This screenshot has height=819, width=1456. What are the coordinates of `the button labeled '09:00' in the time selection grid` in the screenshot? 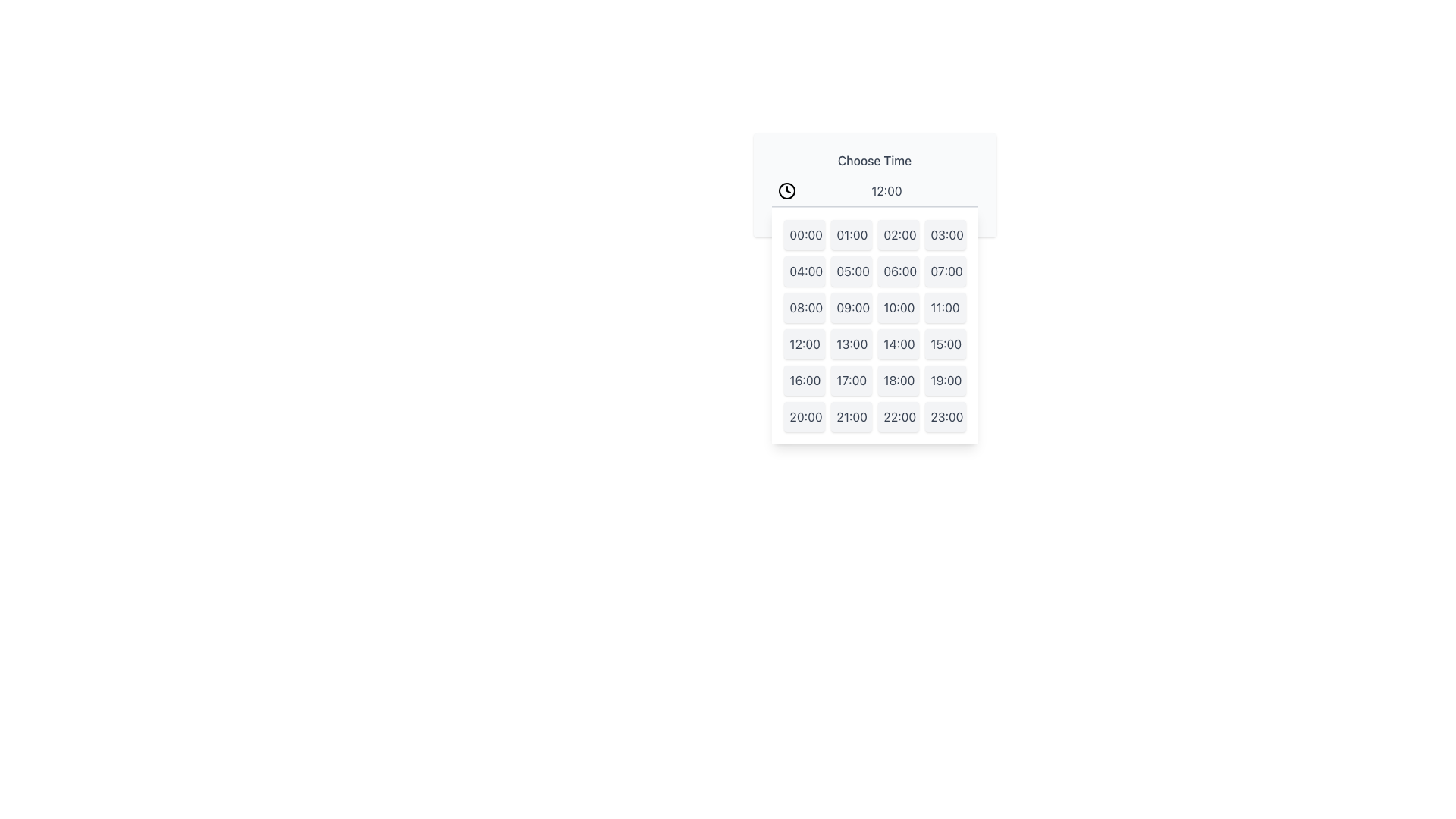 It's located at (851, 307).